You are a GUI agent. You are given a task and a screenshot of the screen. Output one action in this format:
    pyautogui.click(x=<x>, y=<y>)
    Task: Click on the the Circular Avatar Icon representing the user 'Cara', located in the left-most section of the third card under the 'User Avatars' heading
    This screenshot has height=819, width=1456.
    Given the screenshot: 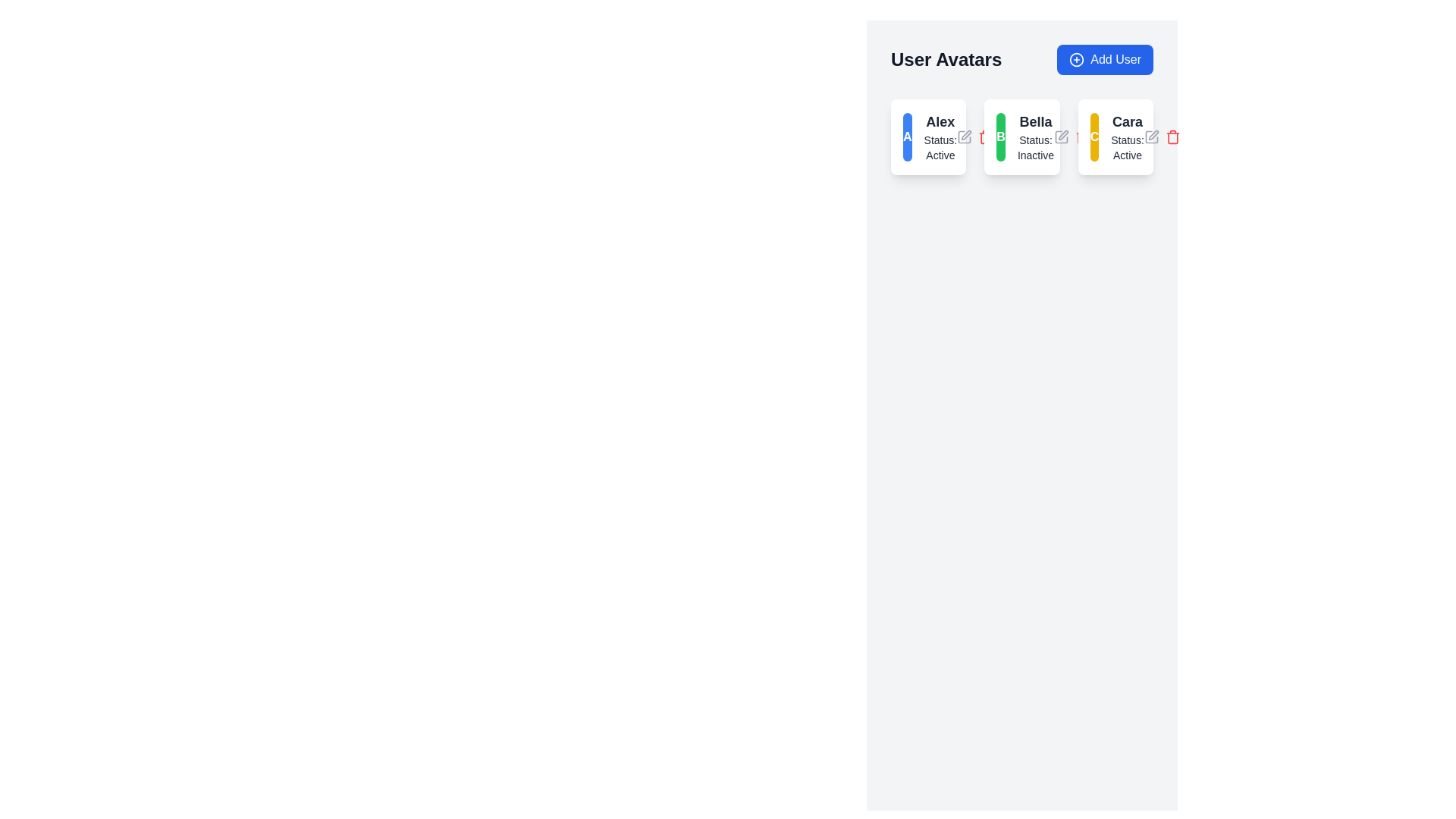 What is the action you would take?
    pyautogui.click(x=1094, y=137)
    